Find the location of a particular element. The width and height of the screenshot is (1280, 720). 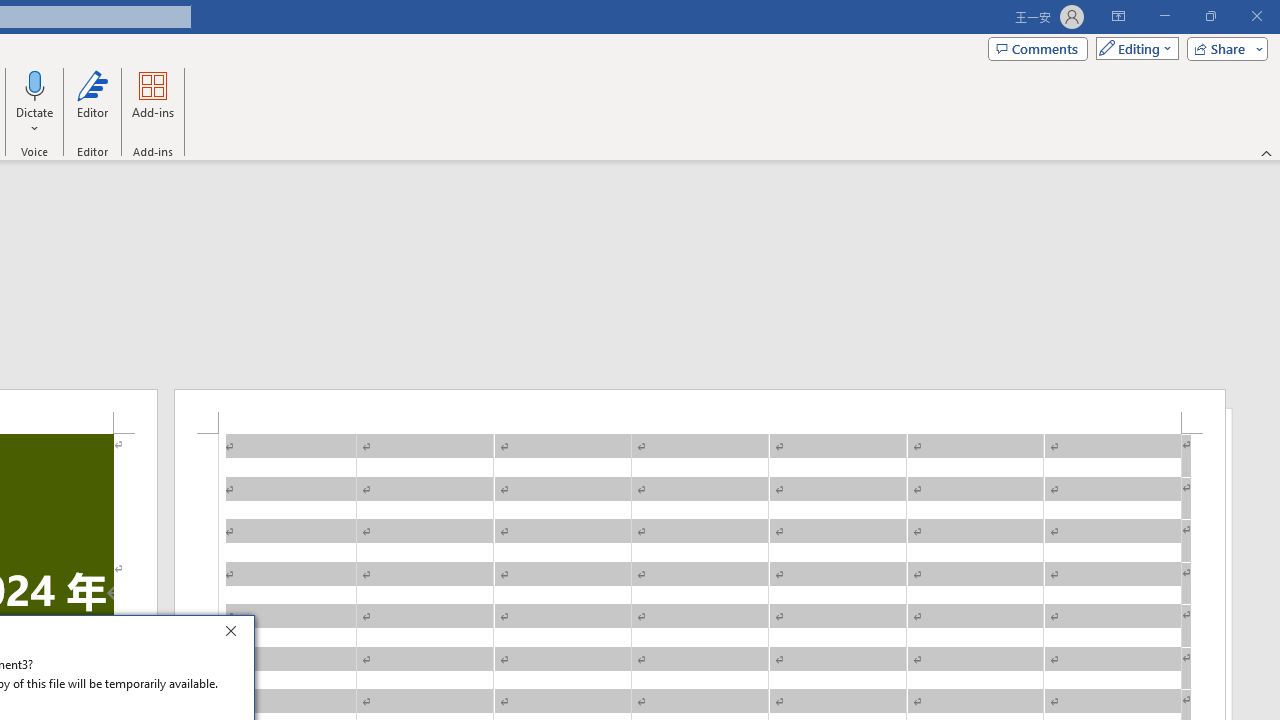

'Share' is located at coordinates (1222, 47).